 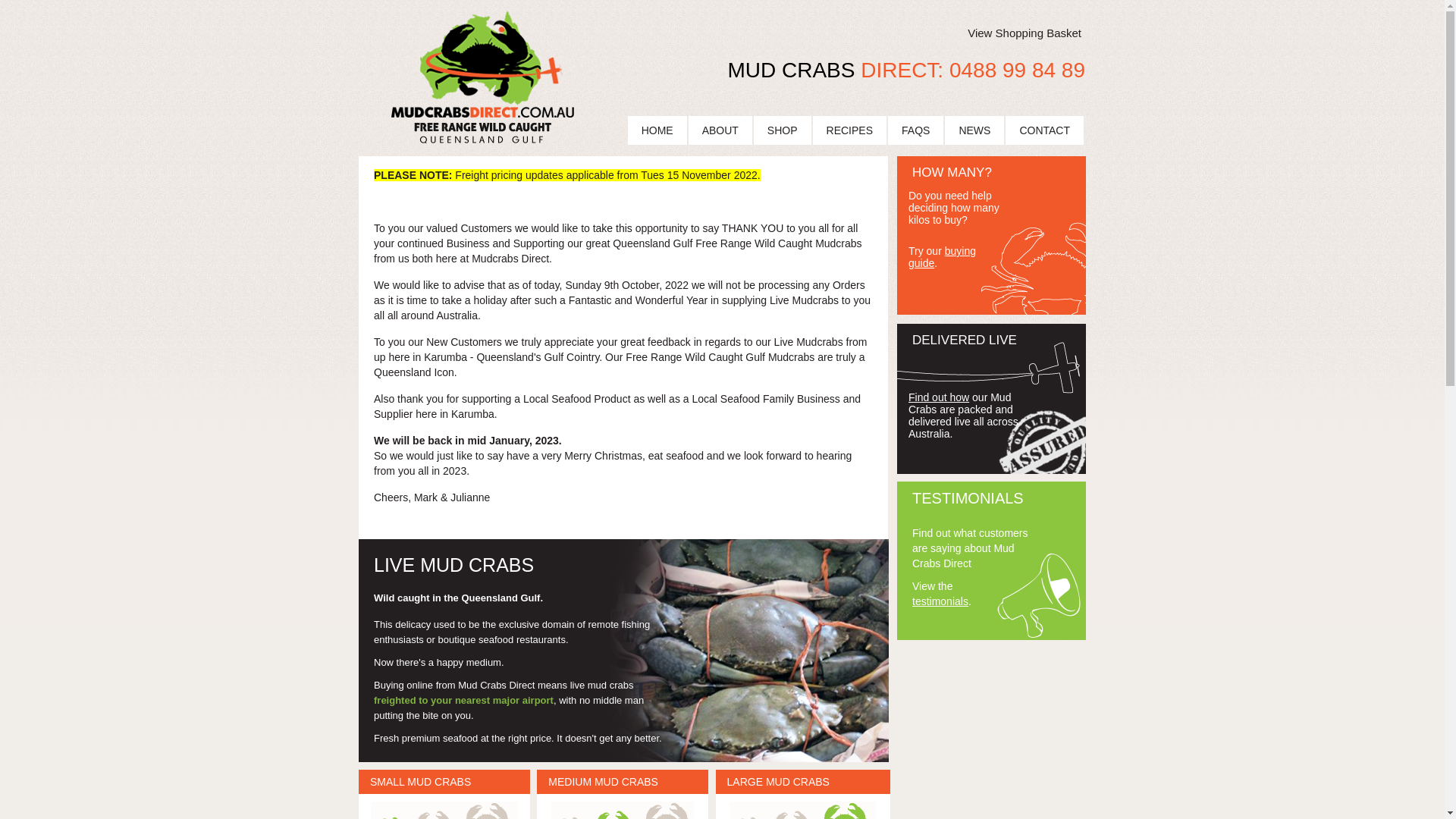 I want to click on 'Find out how', so click(x=938, y=397).